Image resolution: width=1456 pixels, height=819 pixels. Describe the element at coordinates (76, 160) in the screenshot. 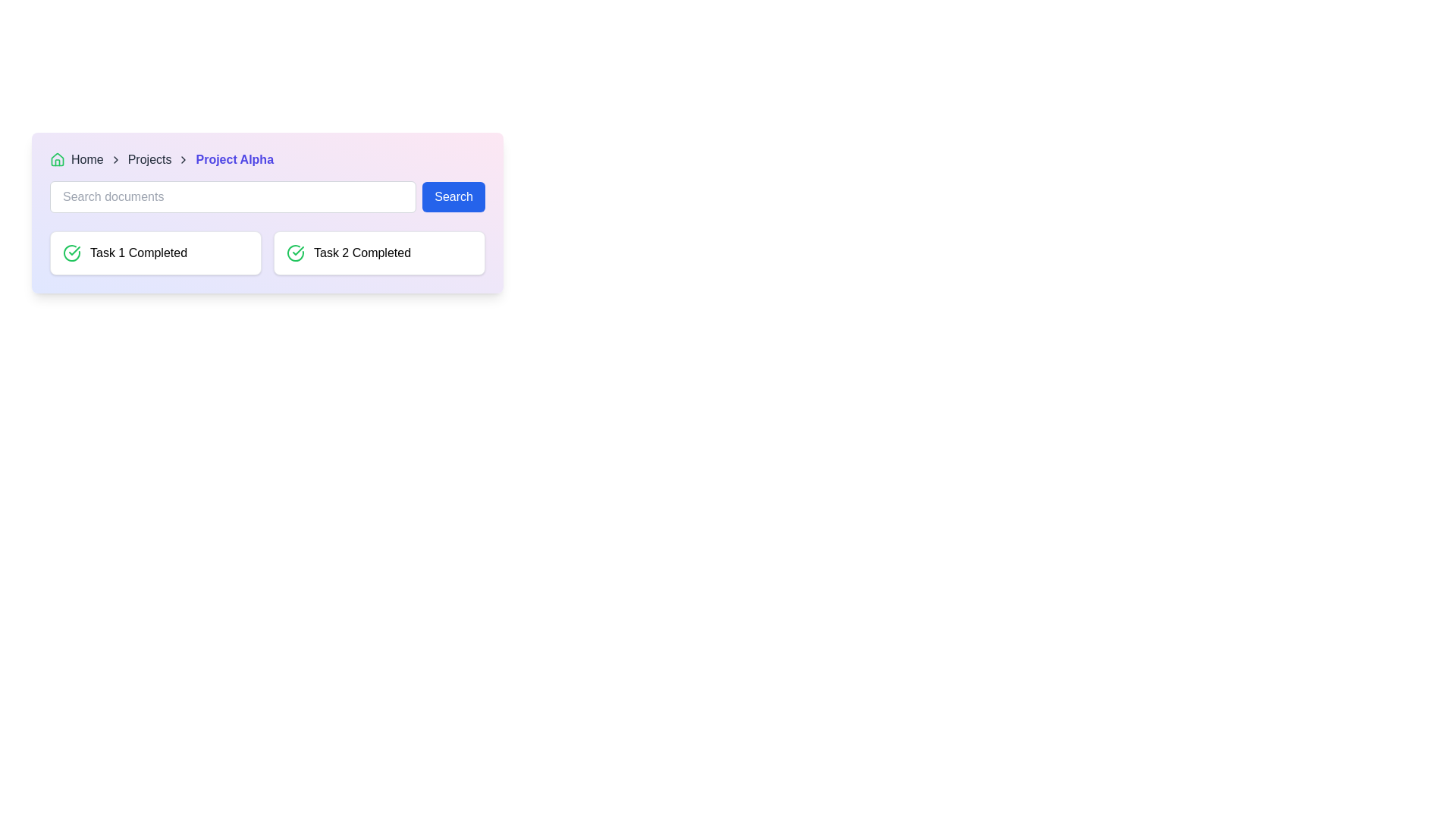

I see `'Home' label element in the breadcrumb navigation bar, which features a green house icon and is positioned at the top left corner of the card interface` at that location.